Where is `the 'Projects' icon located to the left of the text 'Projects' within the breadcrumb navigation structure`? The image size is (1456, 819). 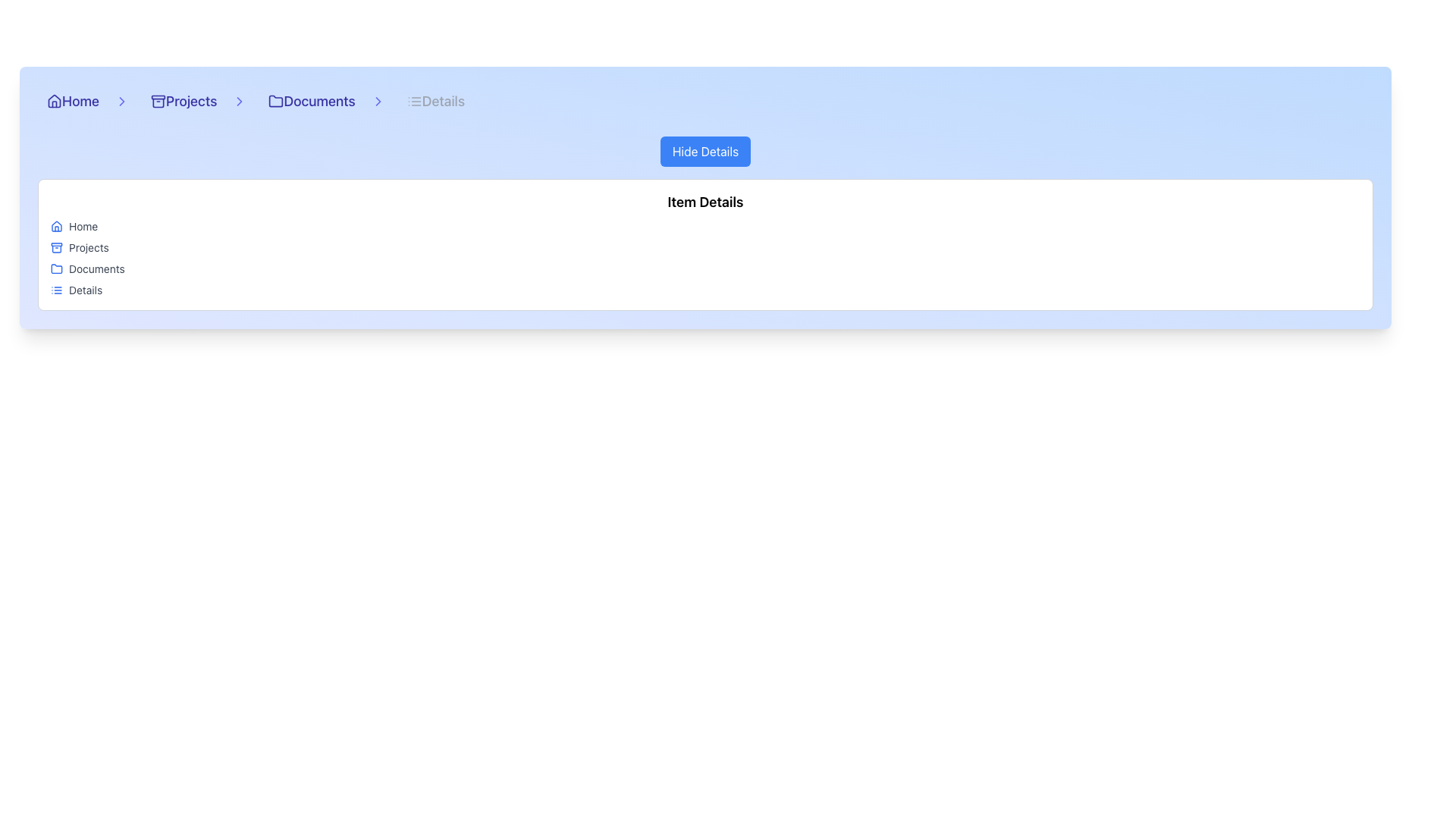
the 'Projects' icon located to the left of the text 'Projects' within the breadcrumb navigation structure is located at coordinates (57, 247).